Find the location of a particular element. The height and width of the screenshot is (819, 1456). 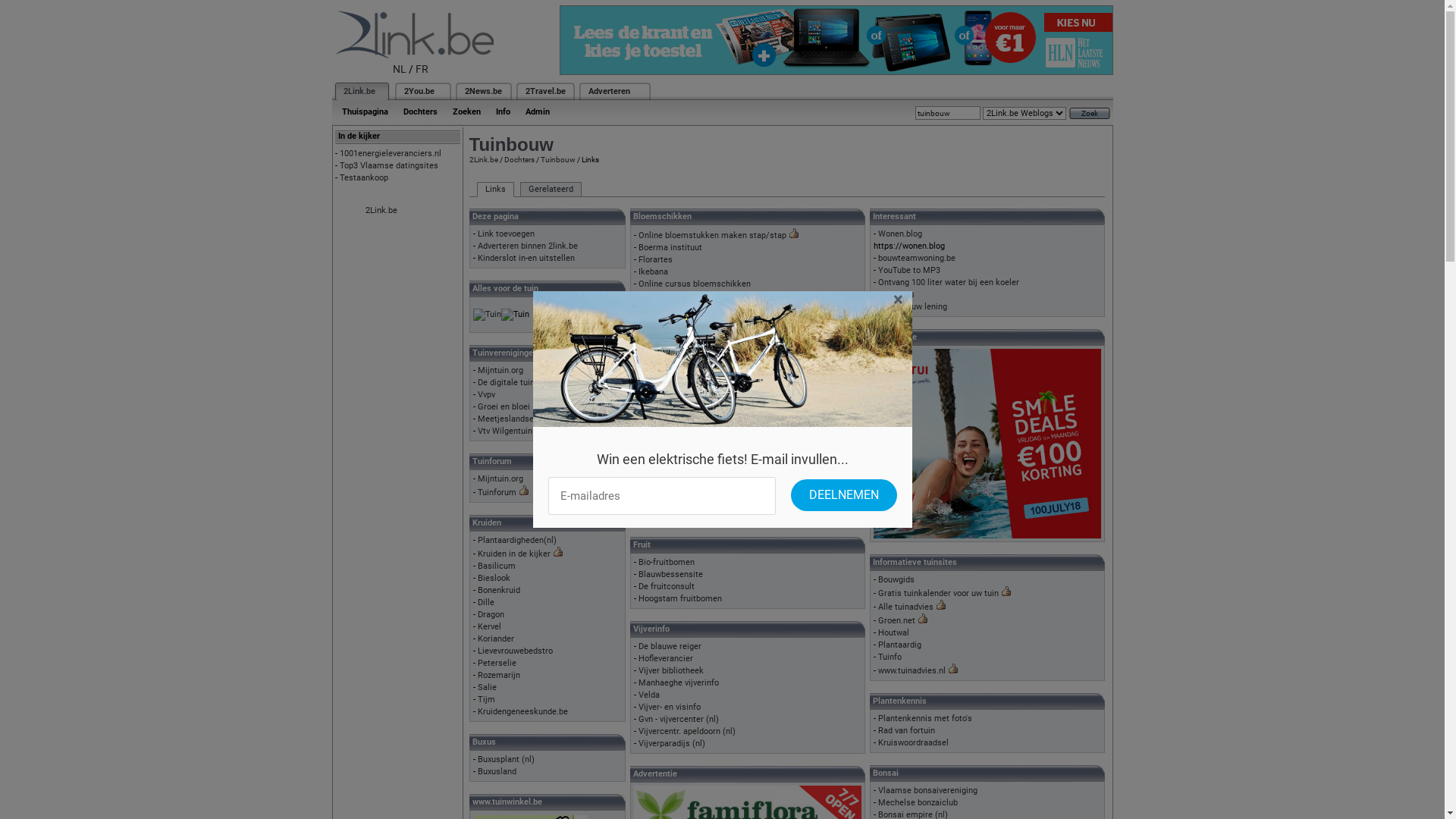

'Bieslook' is located at coordinates (476, 578).